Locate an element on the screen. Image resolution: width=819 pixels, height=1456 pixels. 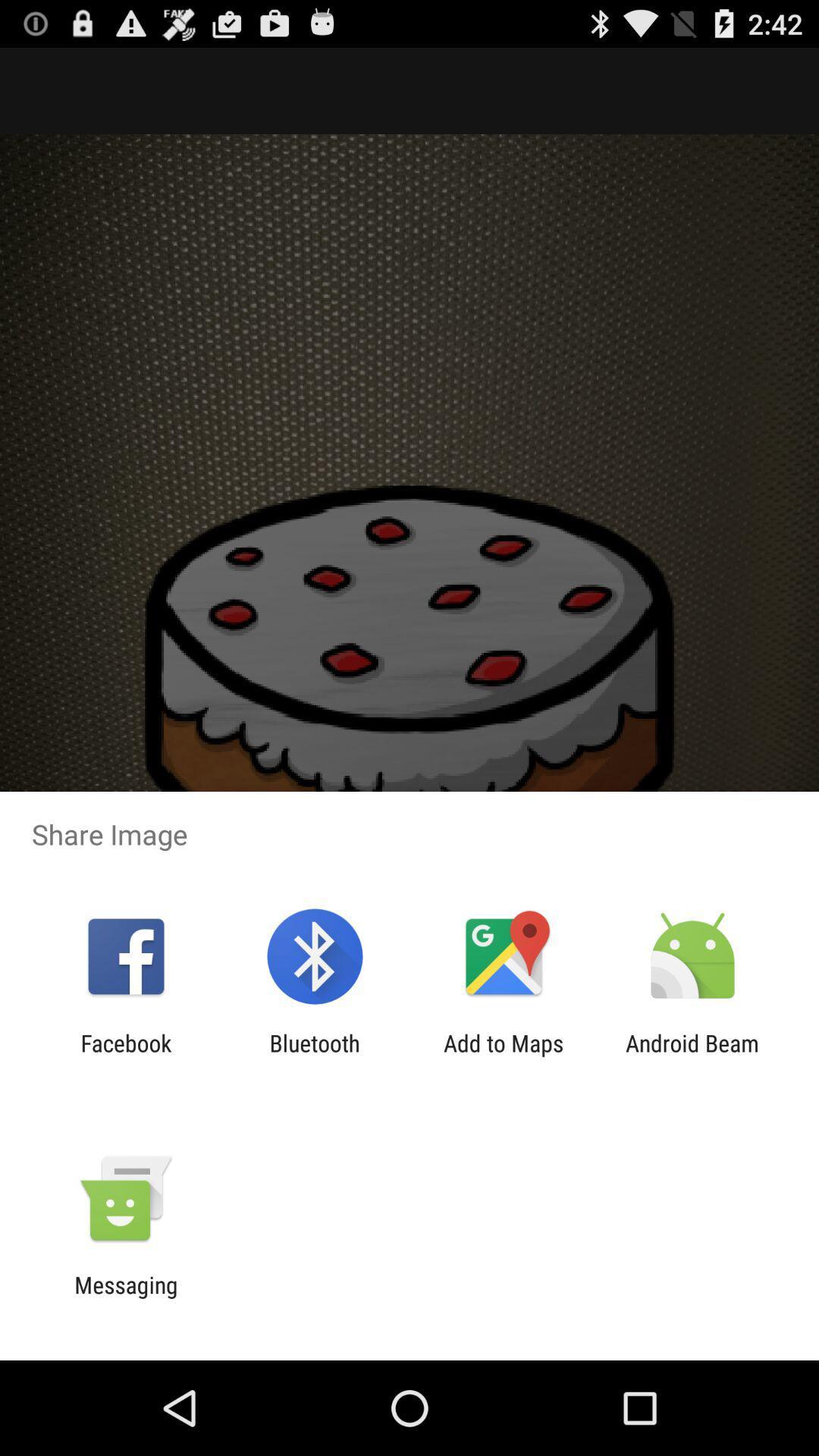
the facebook app is located at coordinates (125, 1056).